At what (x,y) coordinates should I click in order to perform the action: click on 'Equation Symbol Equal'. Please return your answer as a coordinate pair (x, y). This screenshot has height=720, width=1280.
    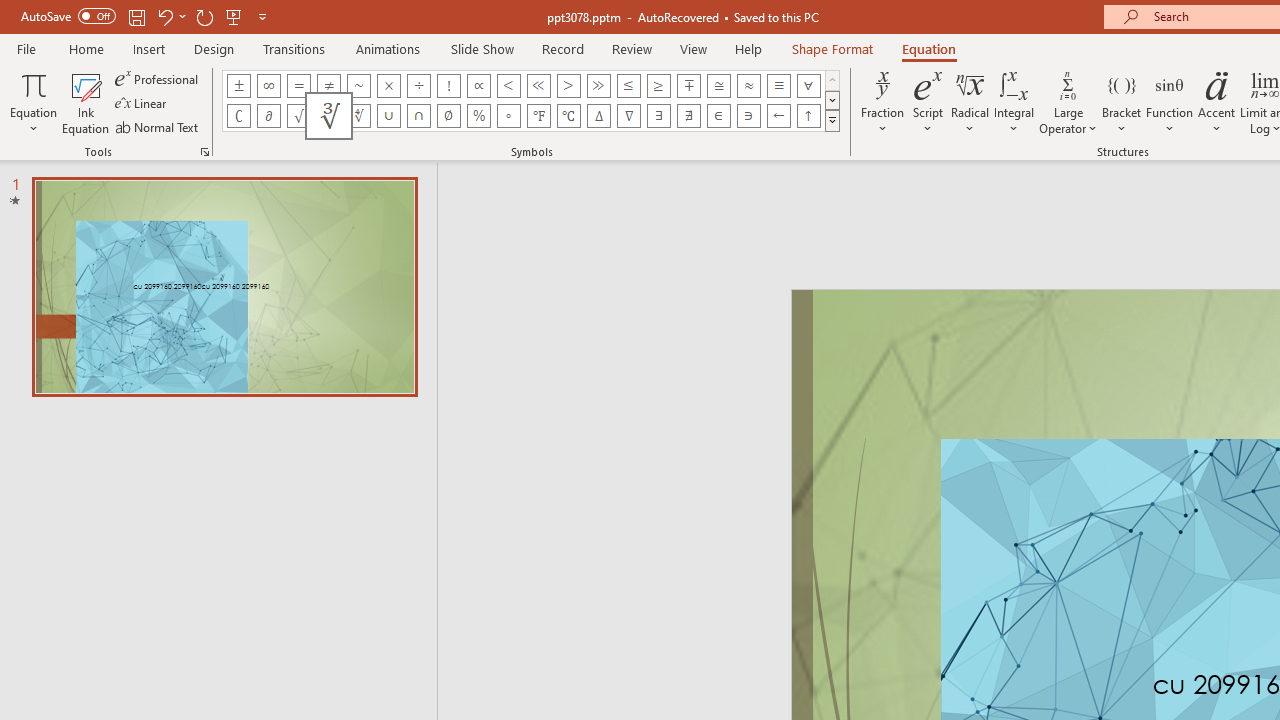
    Looking at the image, I should click on (297, 85).